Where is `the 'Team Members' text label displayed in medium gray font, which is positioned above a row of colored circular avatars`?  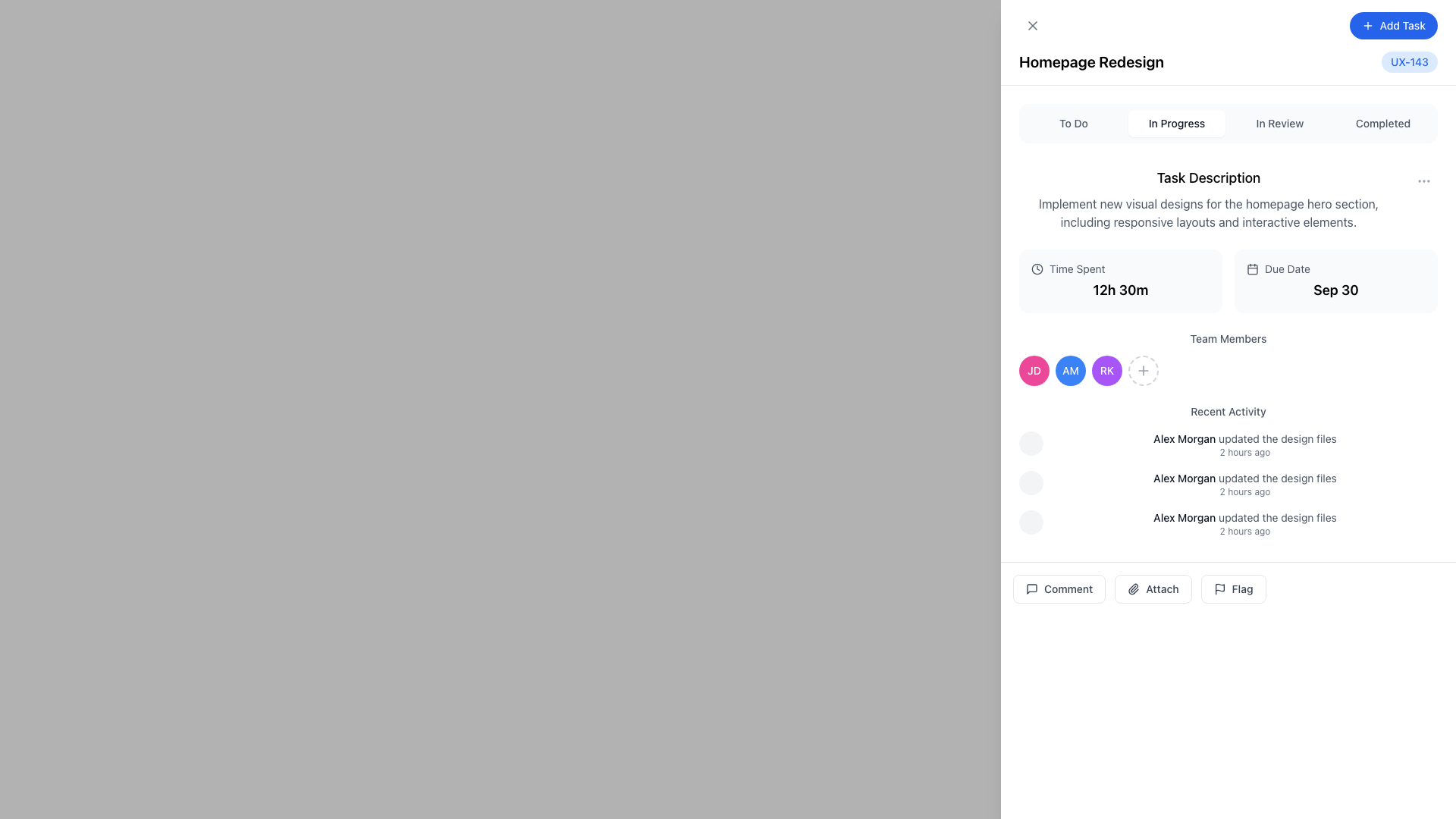 the 'Team Members' text label displayed in medium gray font, which is positioned above a row of colored circular avatars is located at coordinates (1228, 338).